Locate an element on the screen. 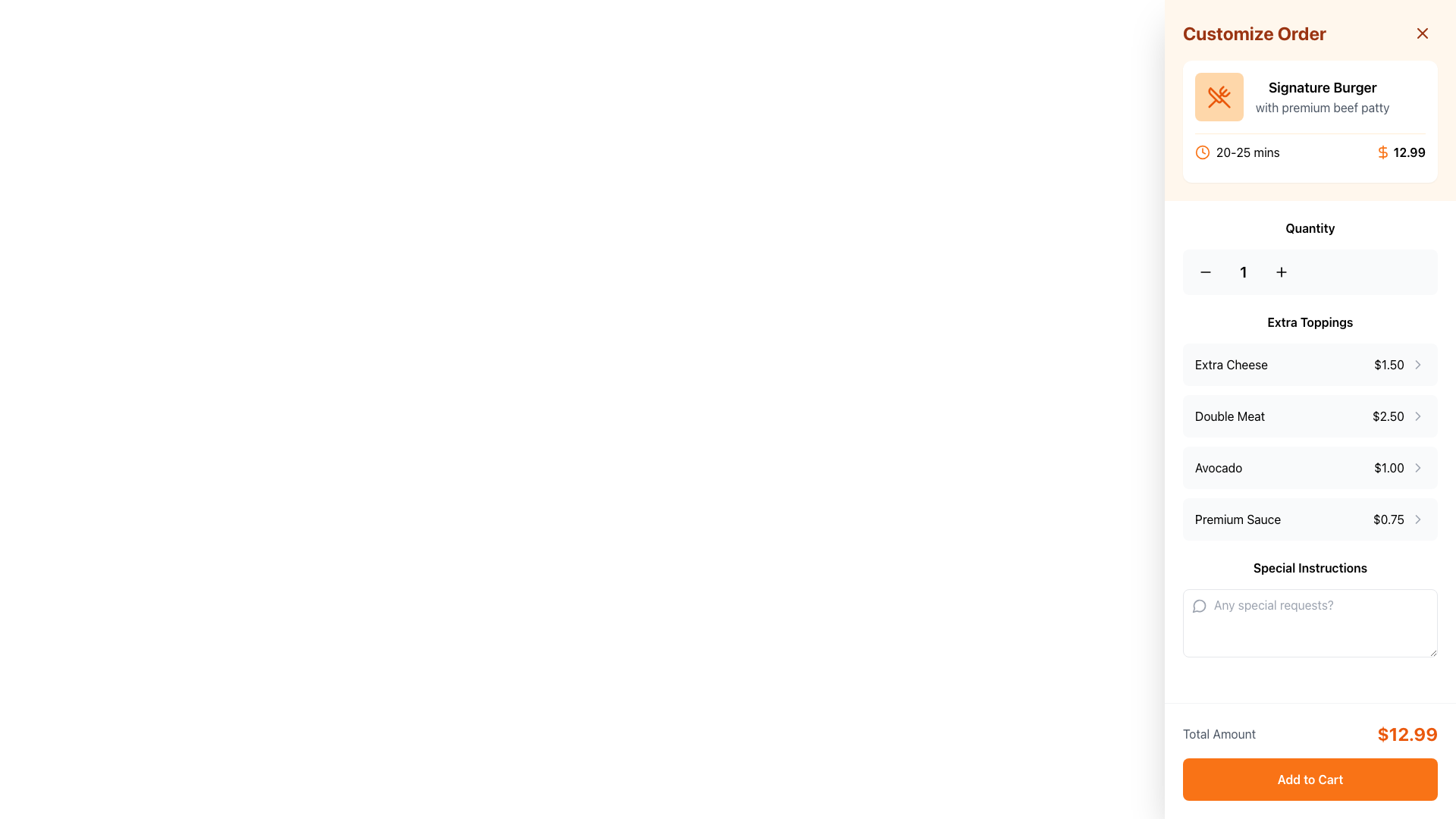 Image resolution: width=1456 pixels, height=819 pixels. the dollar sign icon within the SVG graphic, which is a bold orange representation located adjacent to the price display in the 'Customize Order' sidebar is located at coordinates (1382, 152).